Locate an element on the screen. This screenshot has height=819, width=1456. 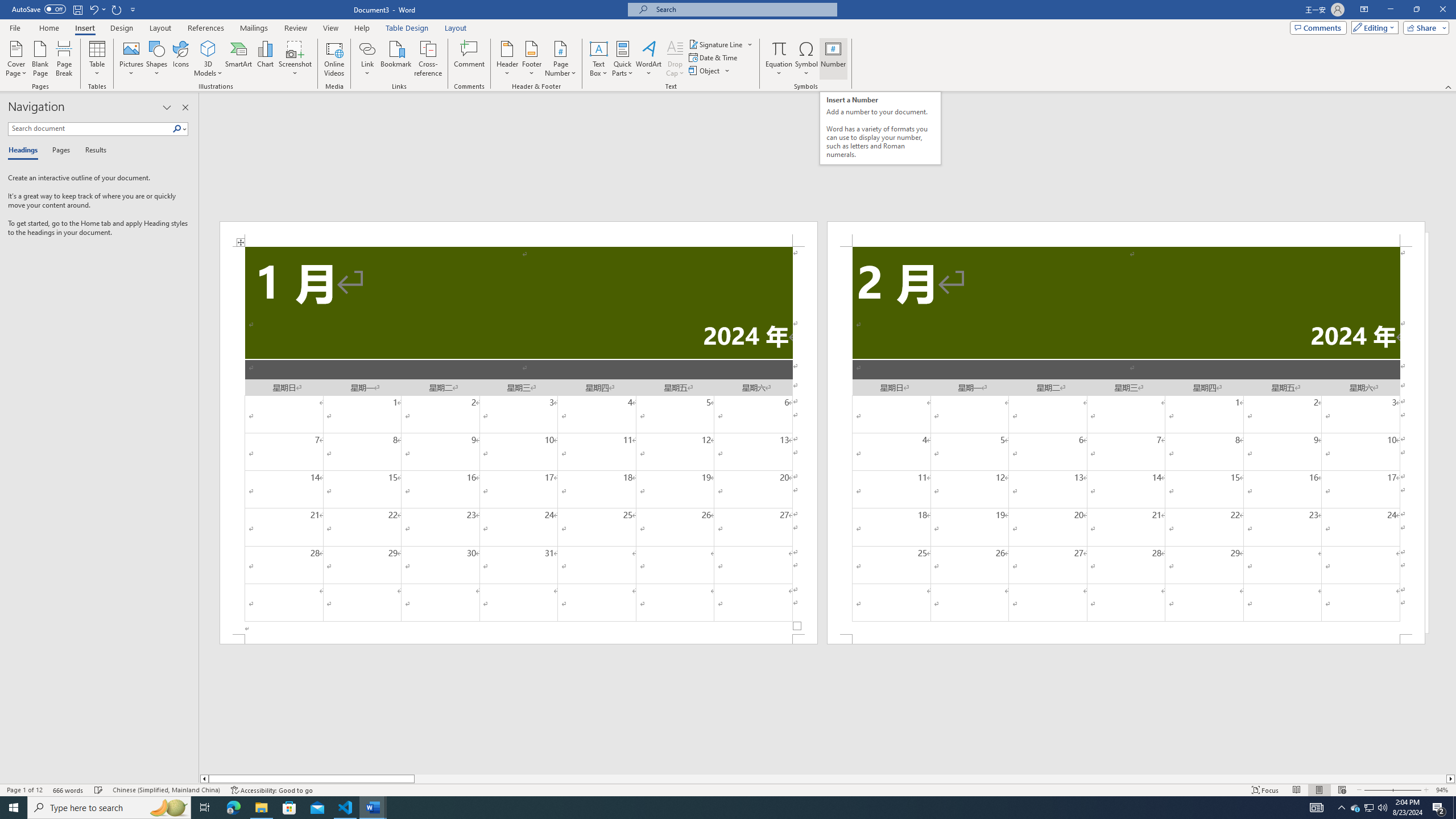
'Pictures' is located at coordinates (131, 59).